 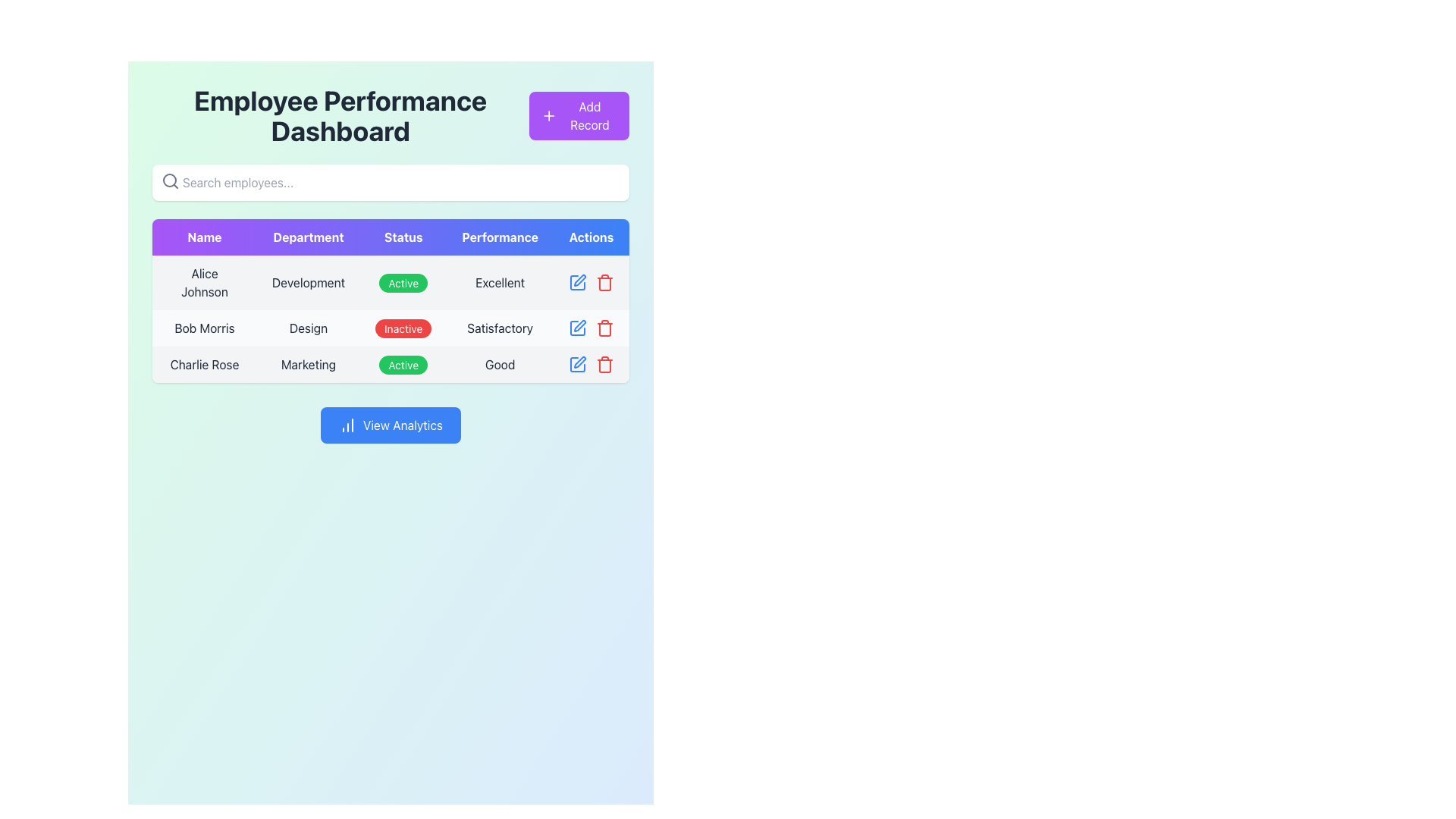 What do you see at coordinates (500, 365) in the screenshot?
I see `the text label displaying 'Good' in the 'Performance' column of the 'Charlie Rose' row in the data table` at bounding box center [500, 365].